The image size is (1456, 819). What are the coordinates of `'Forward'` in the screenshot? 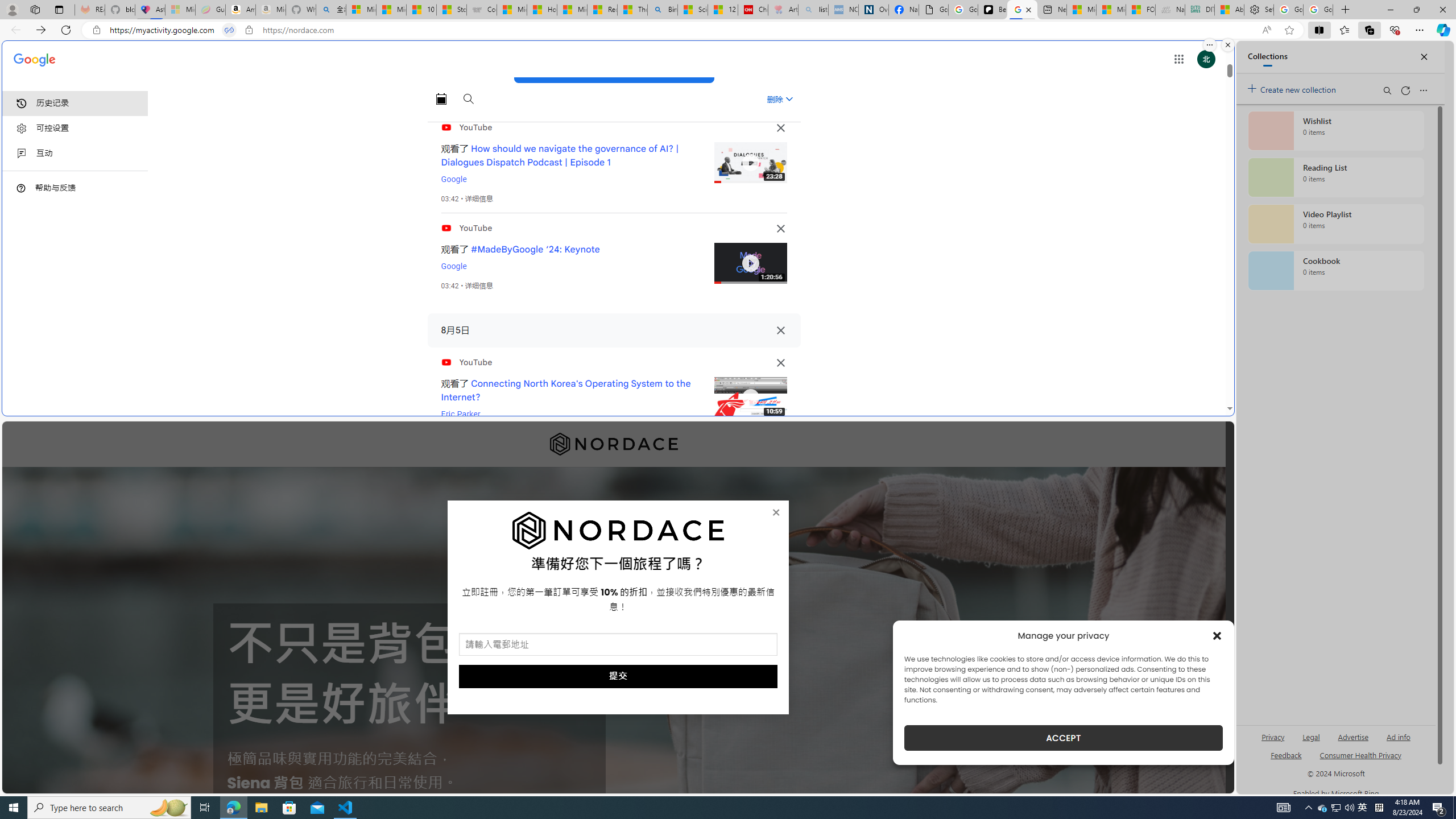 It's located at (40, 29).